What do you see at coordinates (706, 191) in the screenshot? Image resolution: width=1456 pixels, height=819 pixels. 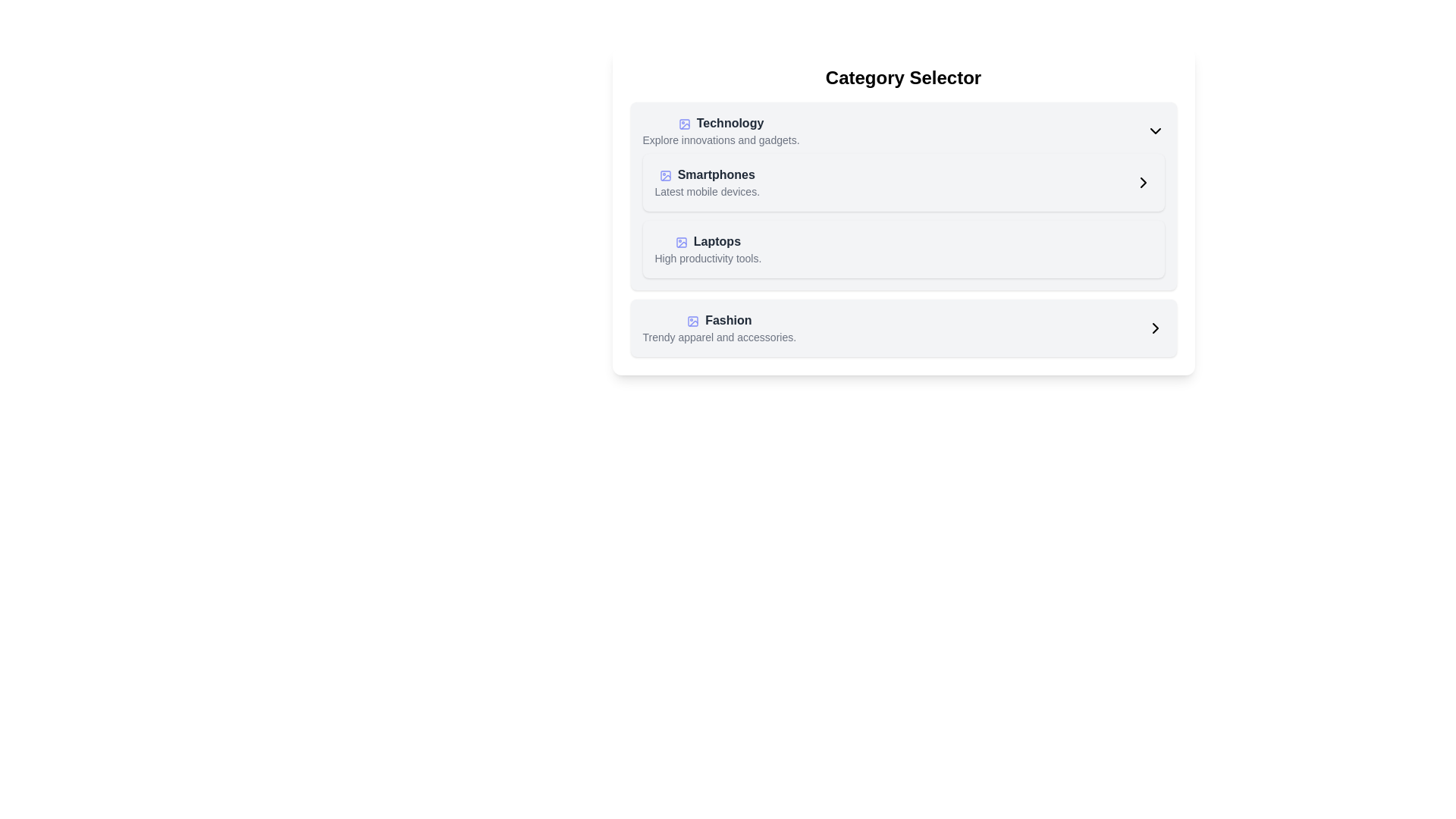 I see `the descriptive text 'Latest mobile devices.' located under the bold title 'Smartphones' in the 'Category Selector'` at bounding box center [706, 191].